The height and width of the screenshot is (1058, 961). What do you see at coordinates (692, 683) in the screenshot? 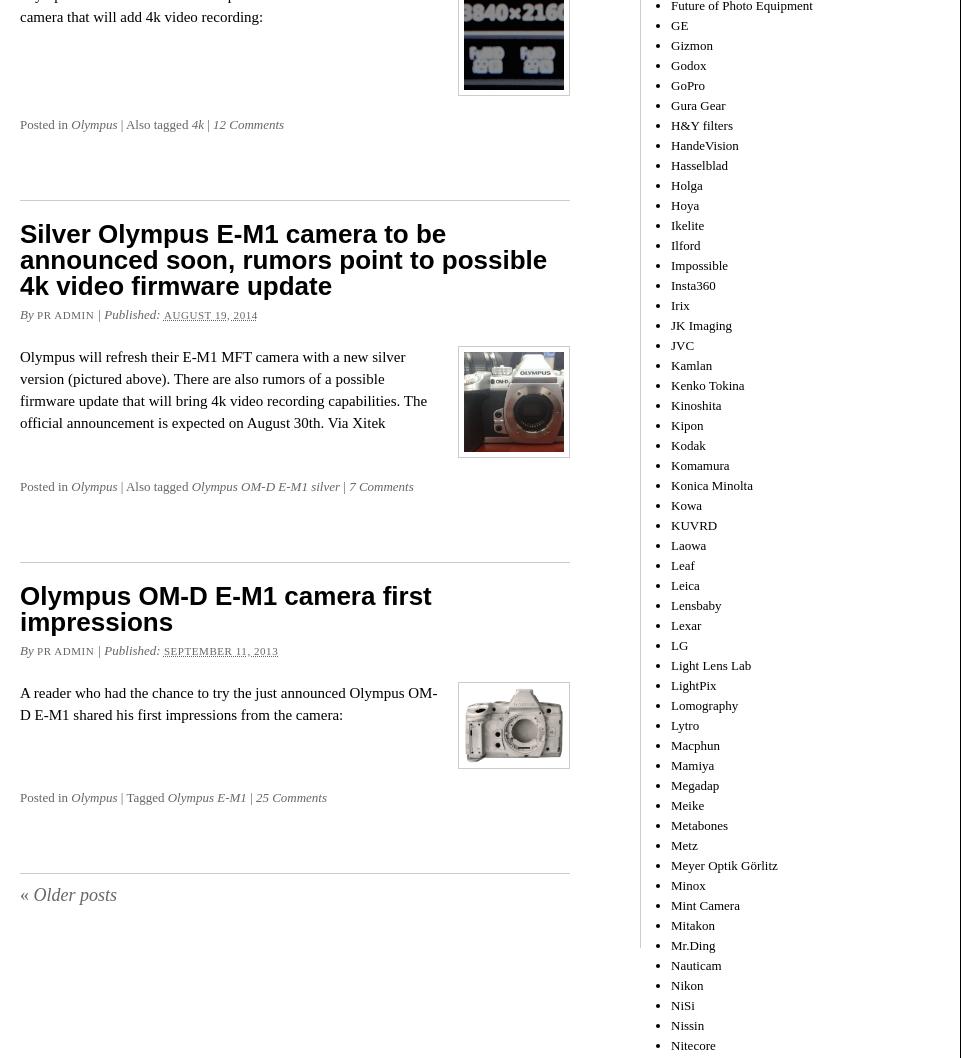
I see `'LightPix'` at bounding box center [692, 683].